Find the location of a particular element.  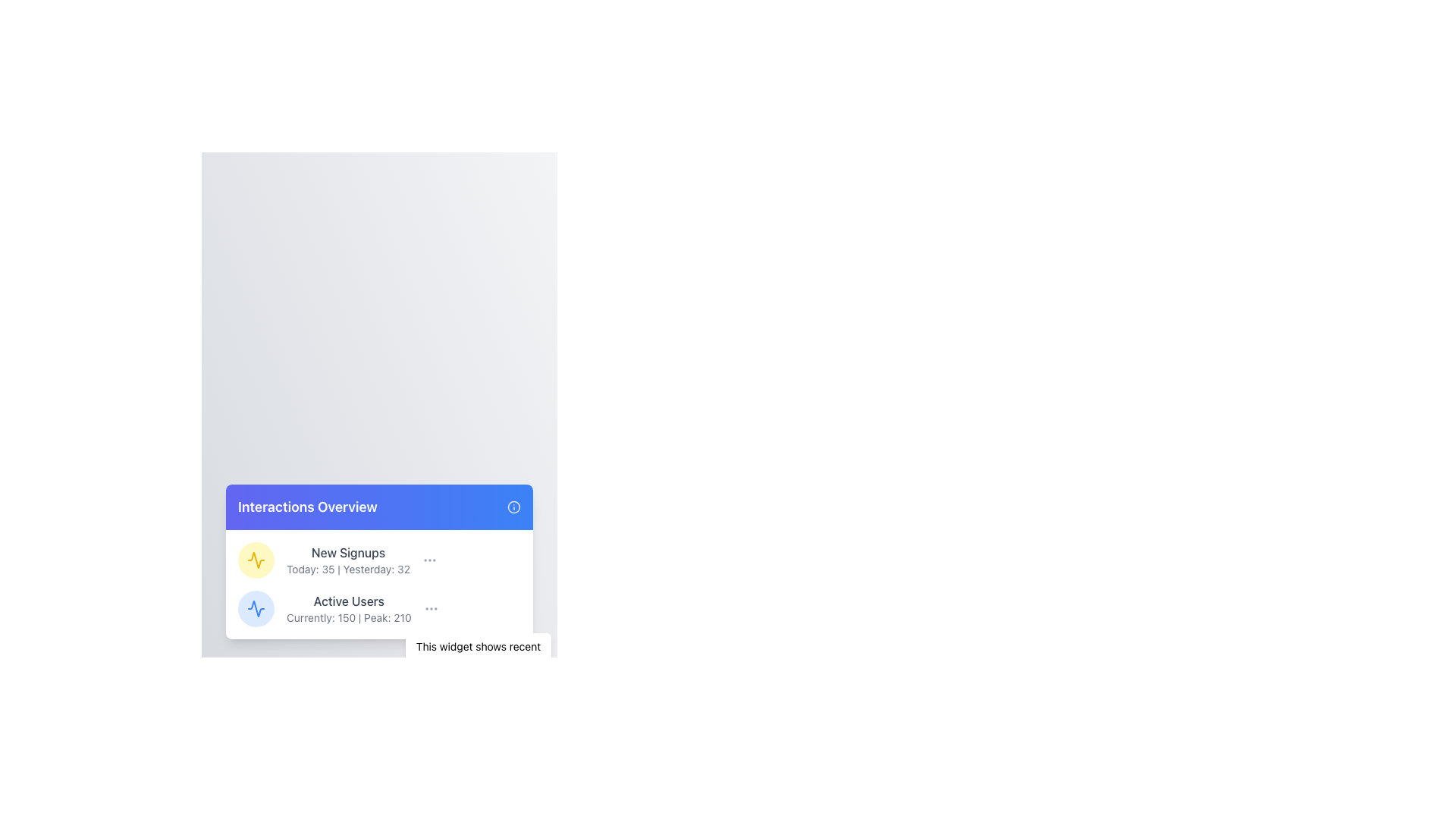

the Information panel that displays statistical information about system usage, including new signups and active users, located below the title bar labeled 'Interactions Overview' is located at coordinates (379, 584).